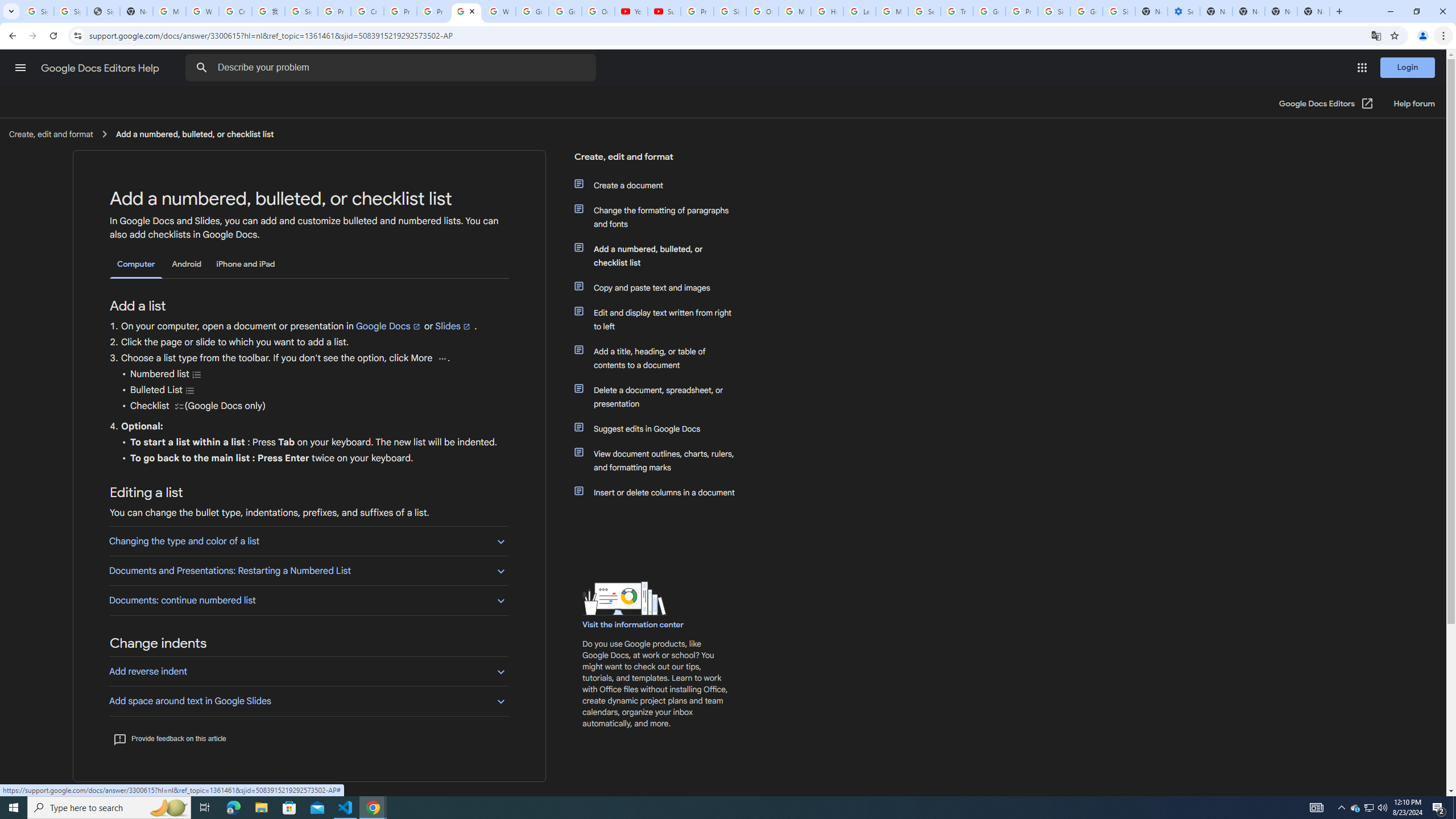 The image size is (1456, 819). I want to click on 'Delete a document, spreadsheet, or presentation', so click(661, 396).